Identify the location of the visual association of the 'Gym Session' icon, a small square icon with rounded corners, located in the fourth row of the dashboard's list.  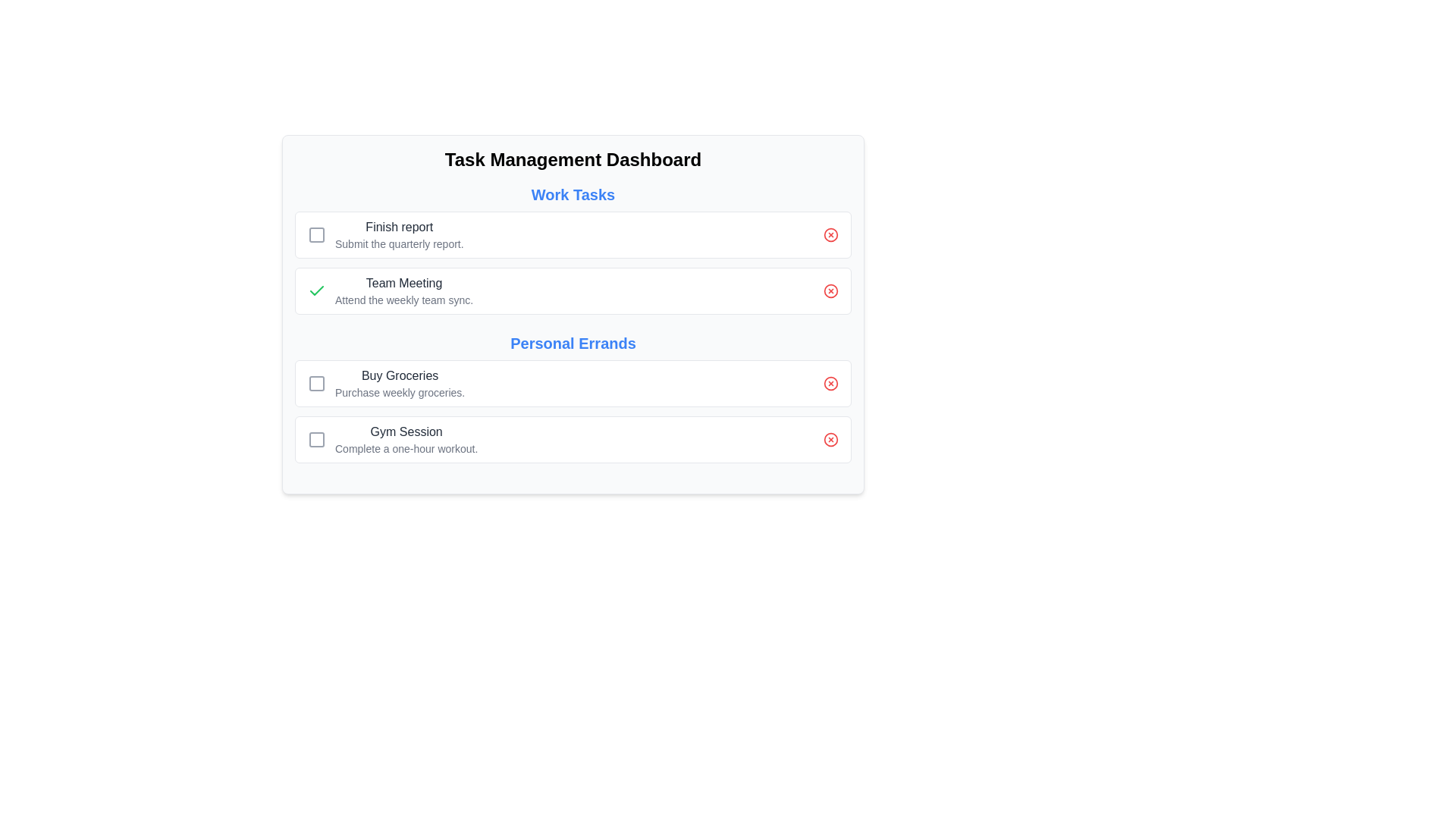
(315, 439).